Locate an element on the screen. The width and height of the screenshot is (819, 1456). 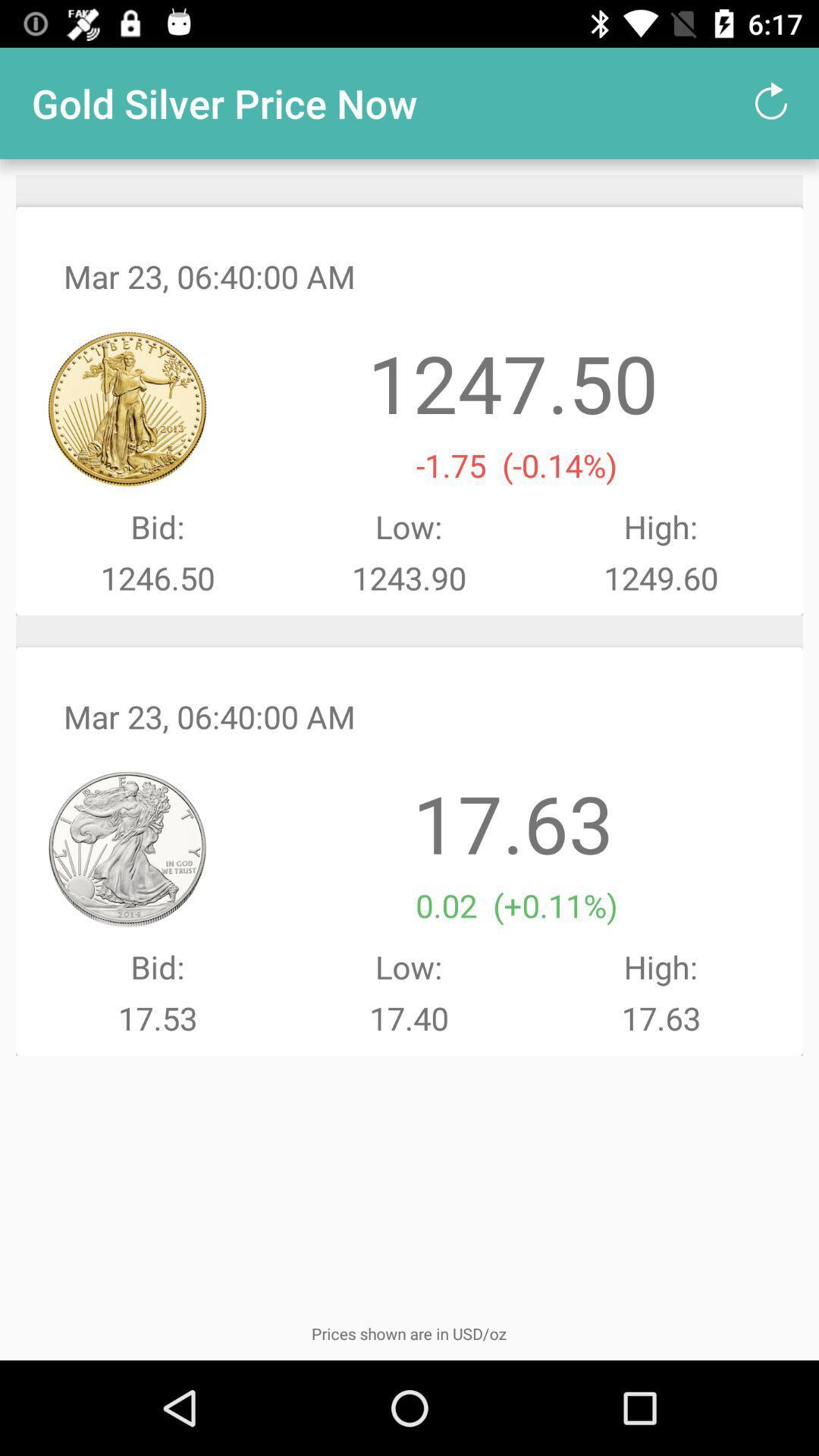
item to the right of the gold silver price item is located at coordinates (771, 102).